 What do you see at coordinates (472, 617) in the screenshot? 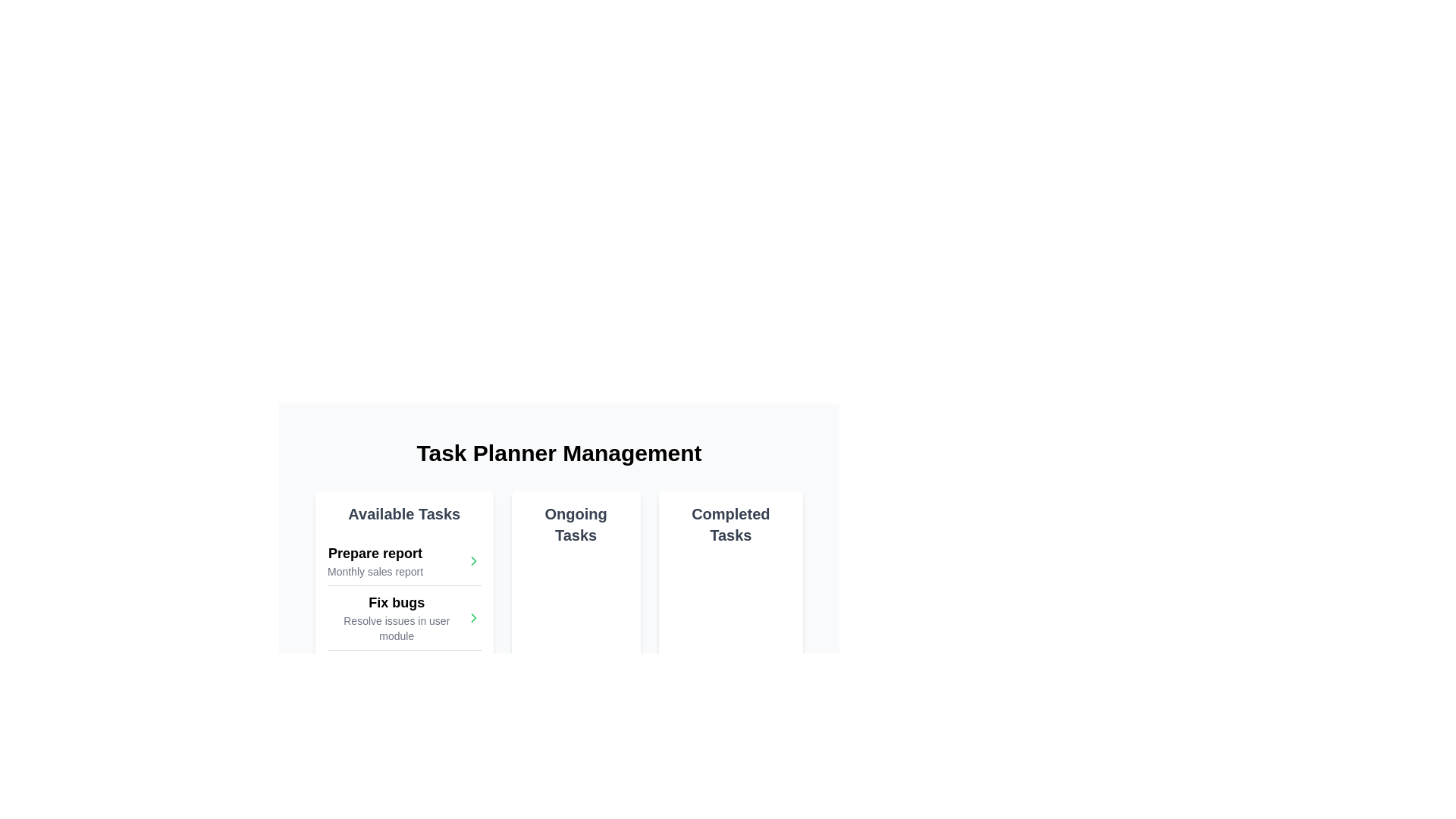
I see `the chevron-like arrow icon indicating further navigation within the 'Available Tasks' card under the 'Prepare report' task` at bounding box center [472, 617].